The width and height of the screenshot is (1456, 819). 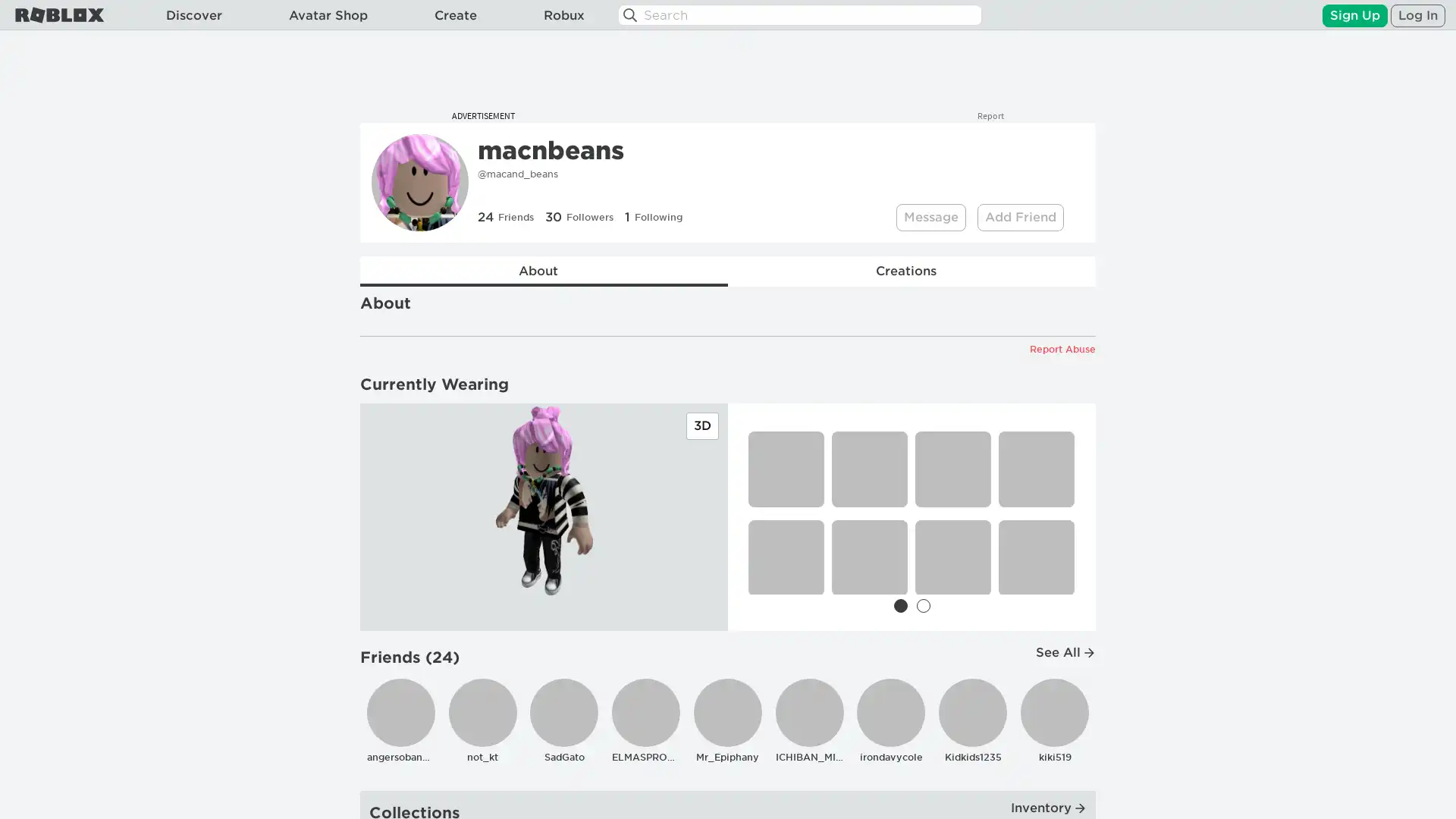 What do you see at coordinates (1020, 217) in the screenshot?
I see `Add Friend` at bounding box center [1020, 217].